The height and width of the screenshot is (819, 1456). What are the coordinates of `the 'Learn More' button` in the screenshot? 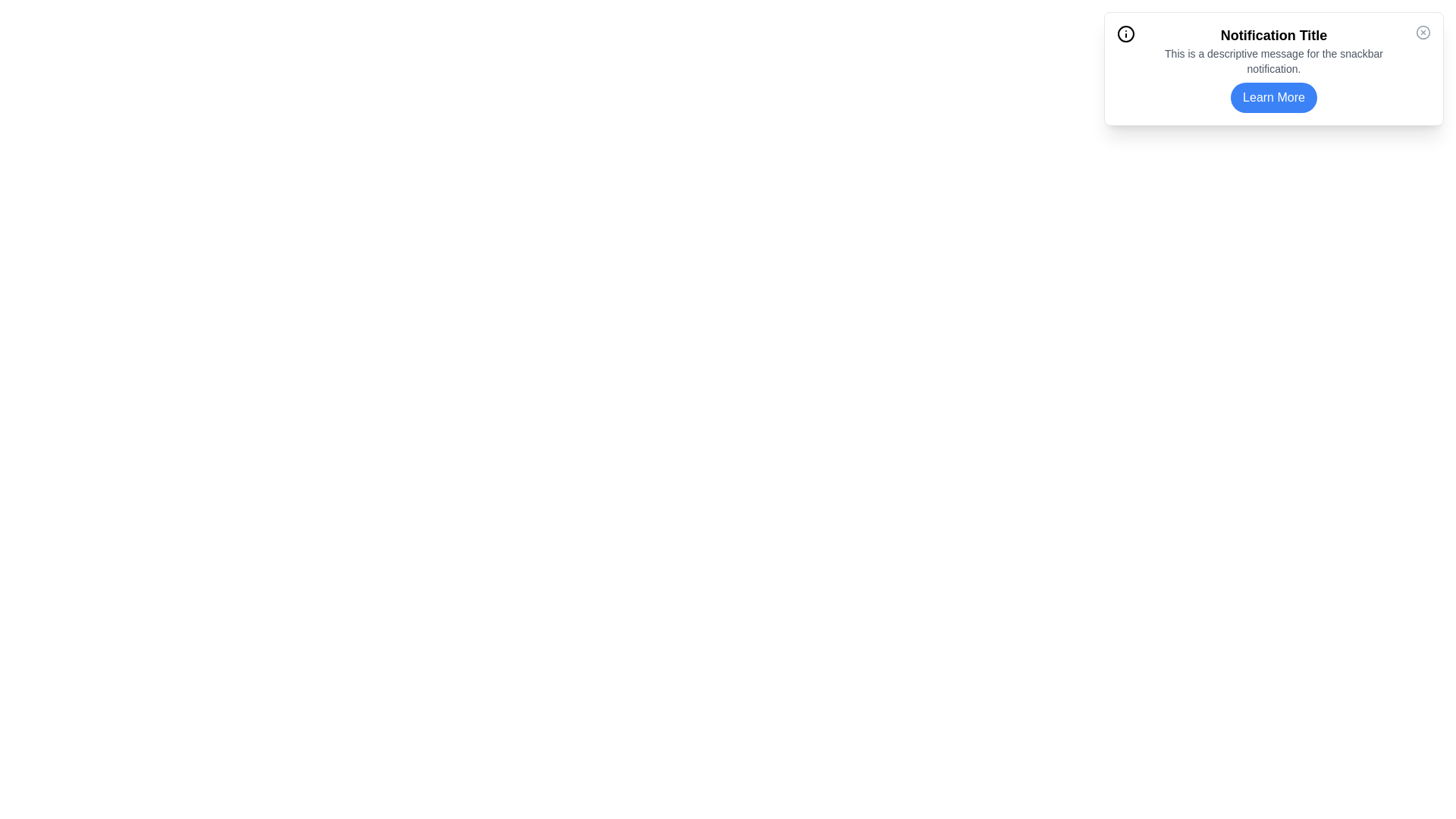 It's located at (1274, 97).